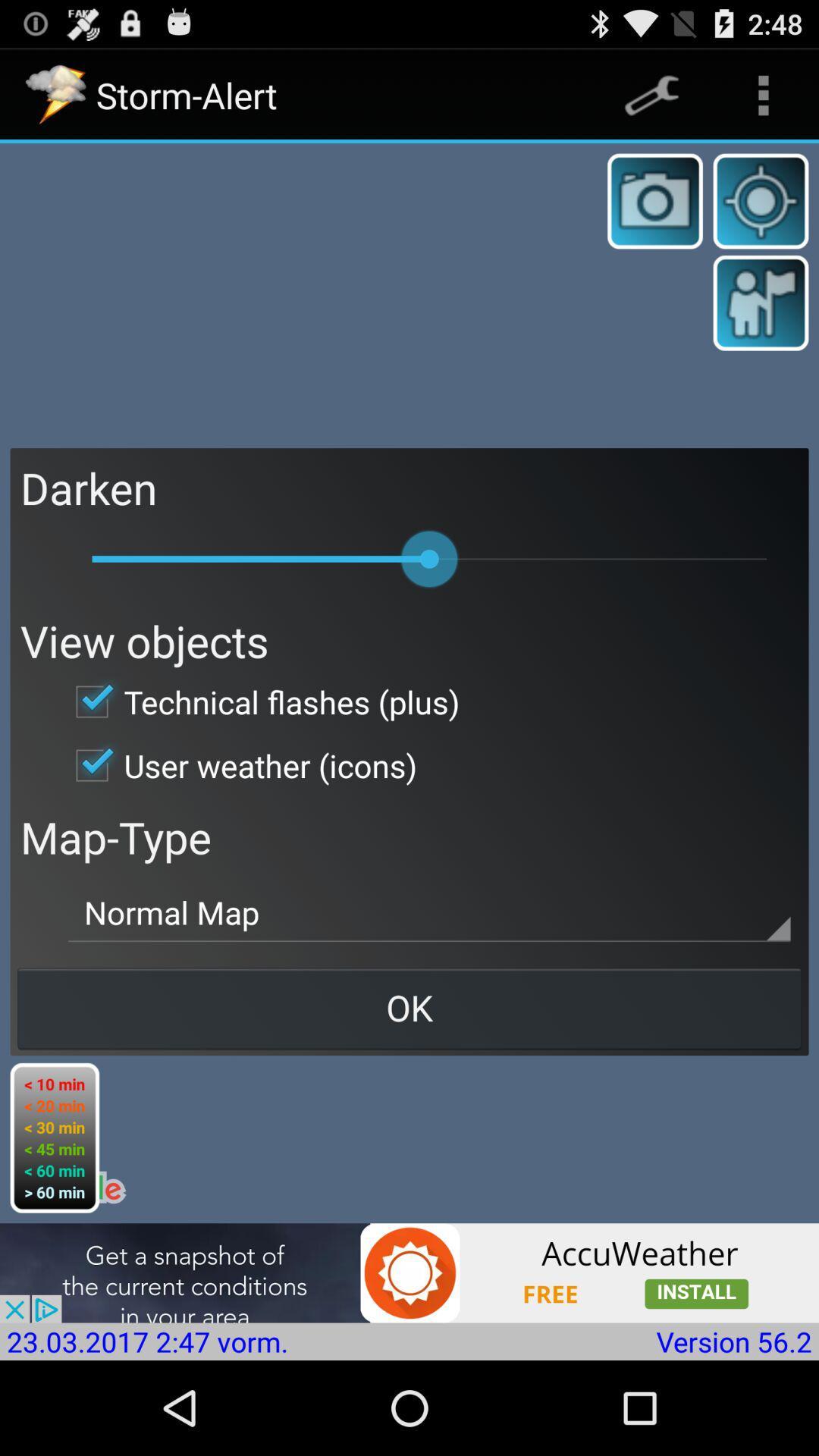  I want to click on the photo icon, so click(654, 215).